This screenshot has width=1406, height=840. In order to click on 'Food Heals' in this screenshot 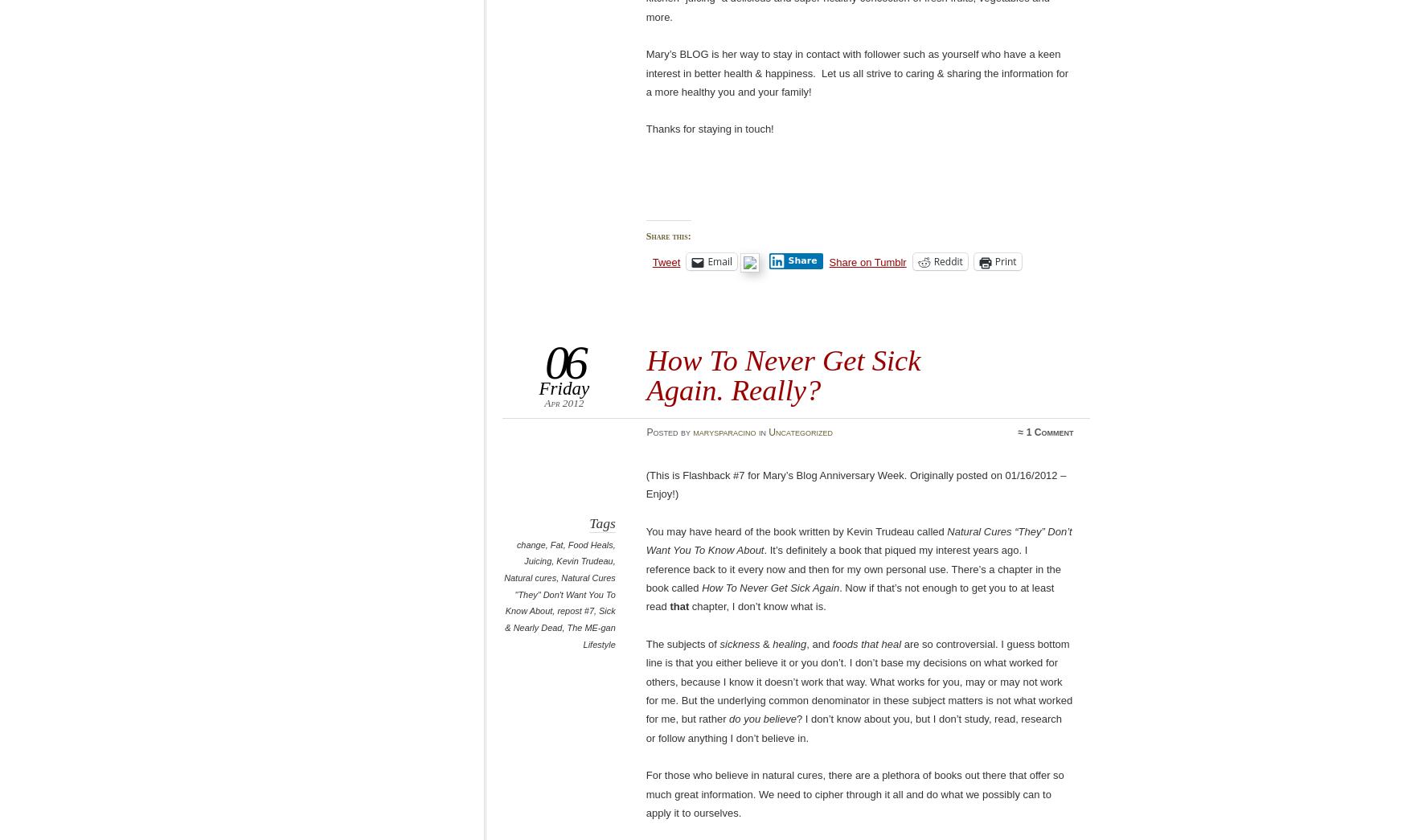, I will do `click(589, 543)`.